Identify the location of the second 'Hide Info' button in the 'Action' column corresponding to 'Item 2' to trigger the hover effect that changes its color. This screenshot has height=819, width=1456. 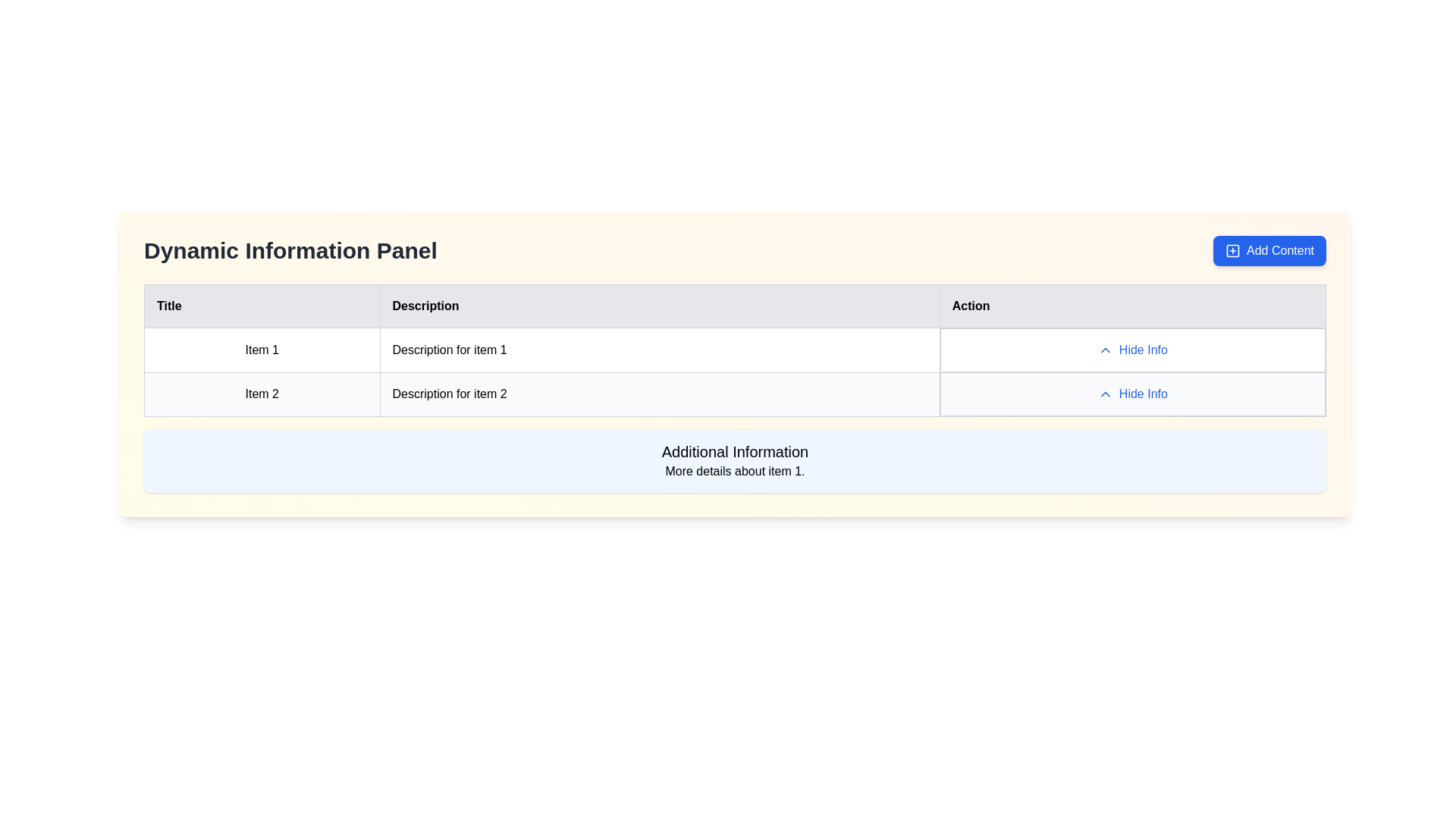
(1132, 394).